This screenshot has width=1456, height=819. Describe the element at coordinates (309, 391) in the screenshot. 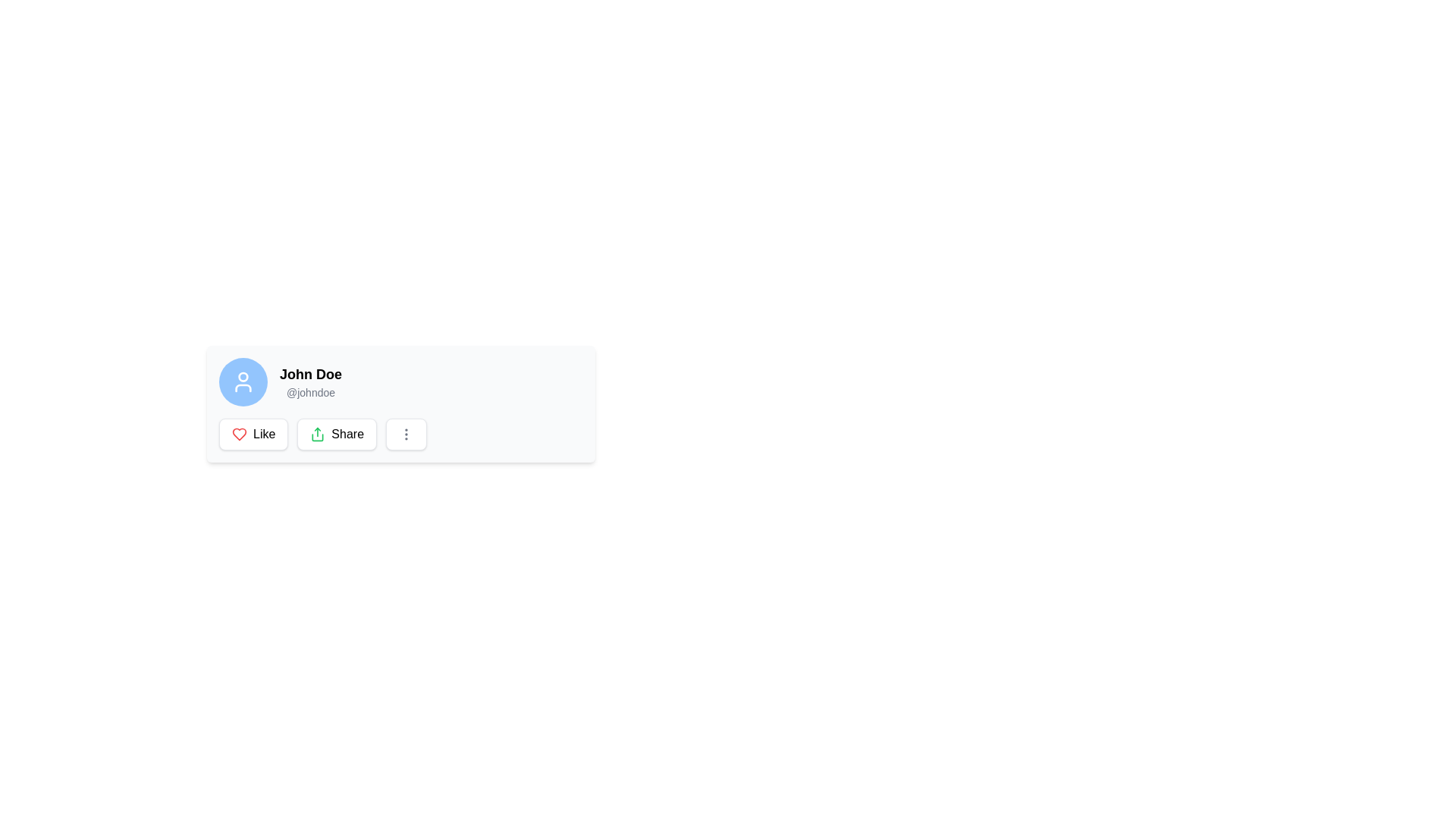

I see `the static text element that displays the user's handle or username, positioned below the bold-styled name 'John Doe'` at that location.